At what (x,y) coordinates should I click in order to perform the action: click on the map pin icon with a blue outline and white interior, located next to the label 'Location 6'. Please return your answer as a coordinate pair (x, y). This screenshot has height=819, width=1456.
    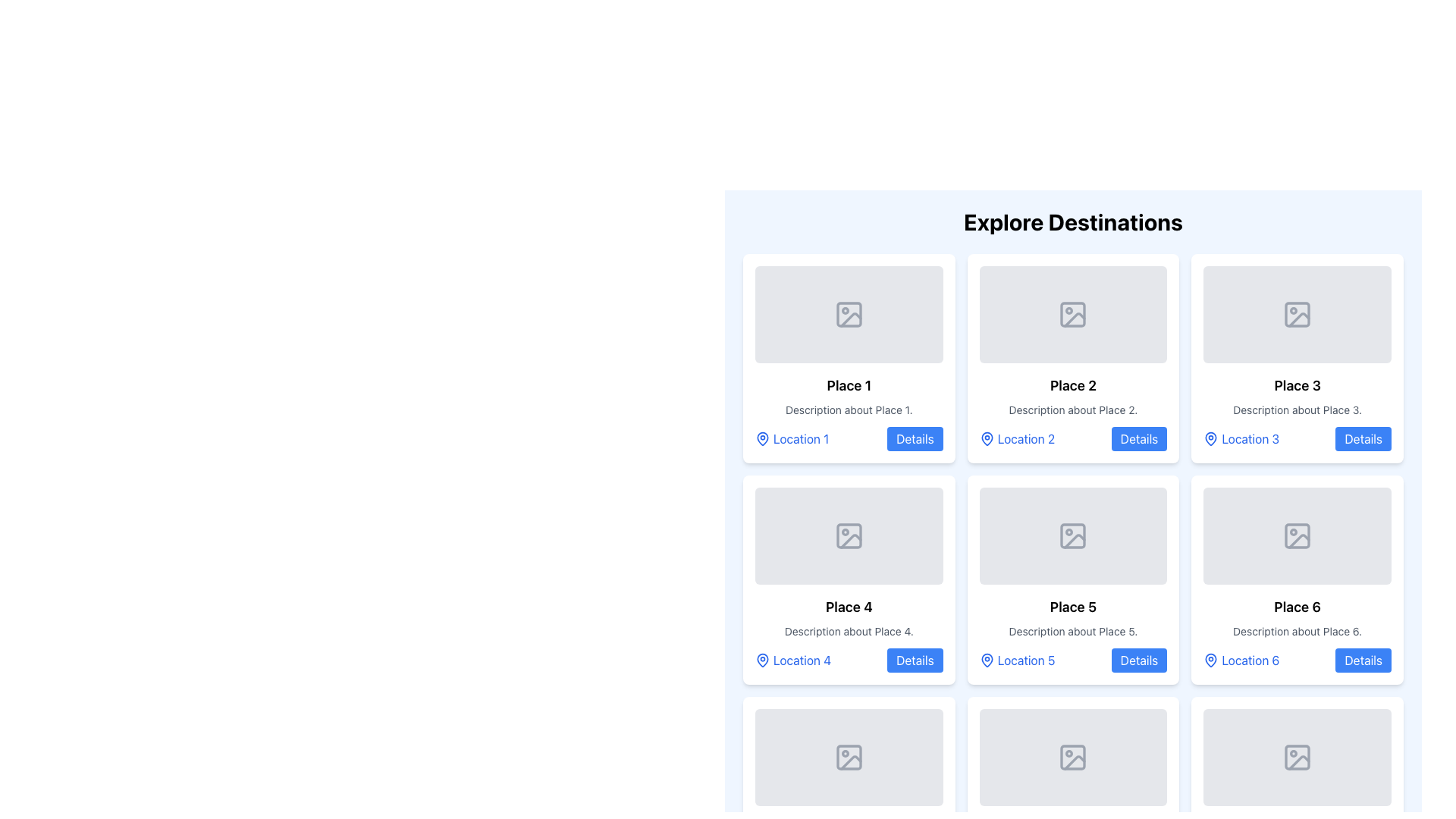
    Looking at the image, I should click on (1210, 660).